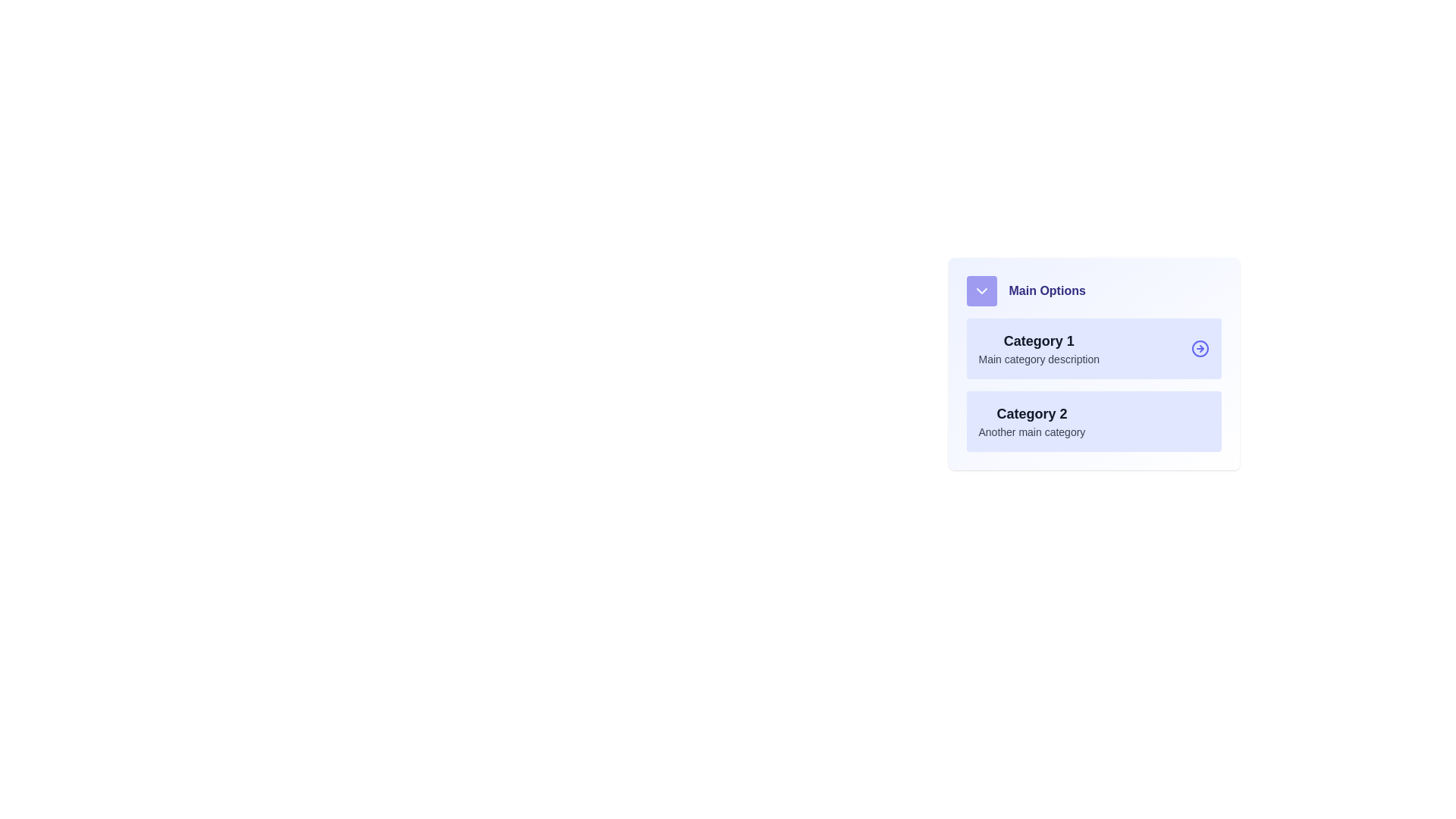  I want to click on the static text label that reads 'Another main category', which is styled in gray and located below 'Category 2' within the 'Main Options' card, so click(1031, 432).